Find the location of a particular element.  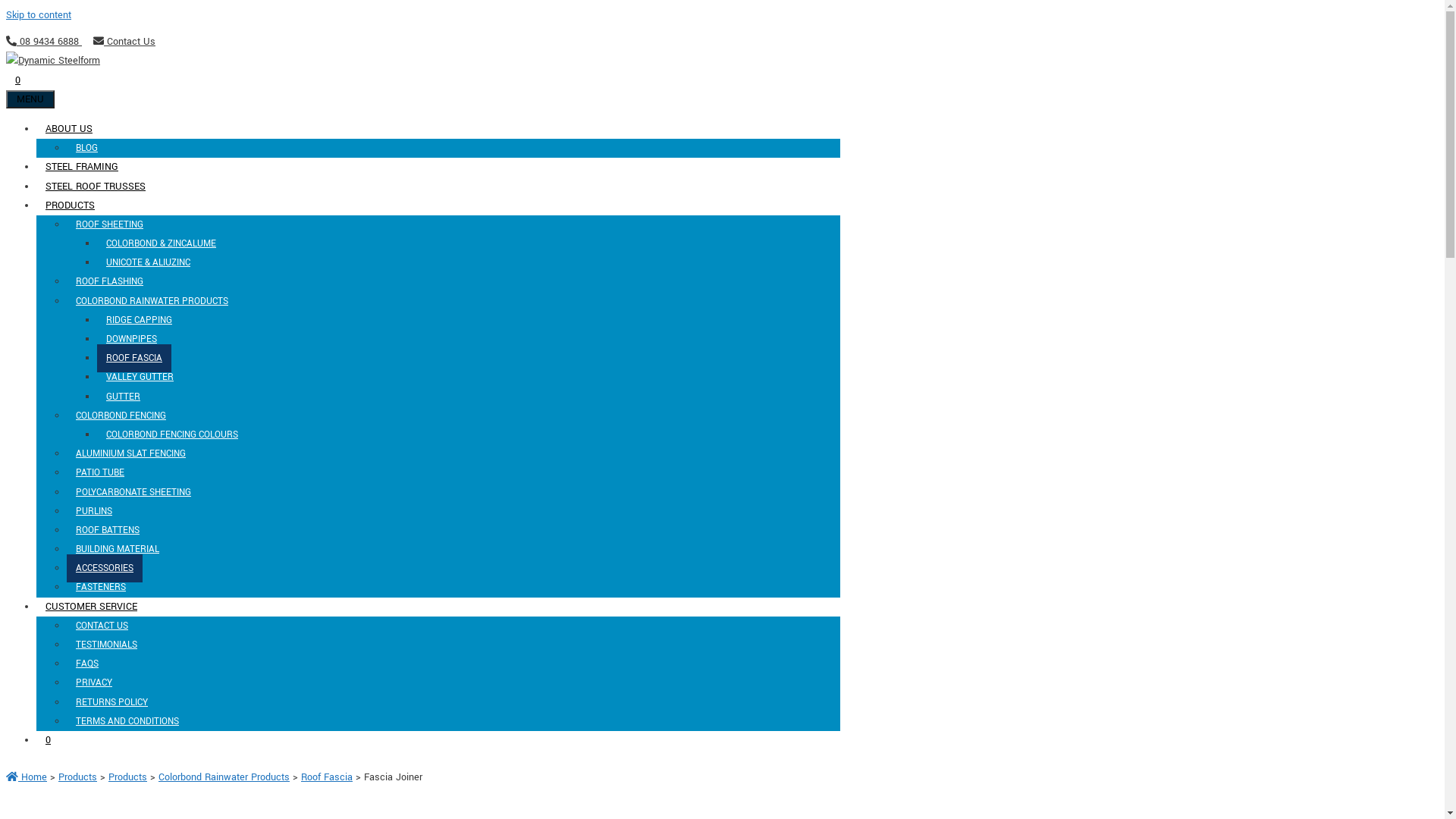

'PRIVACY' is located at coordinates (65, 682).